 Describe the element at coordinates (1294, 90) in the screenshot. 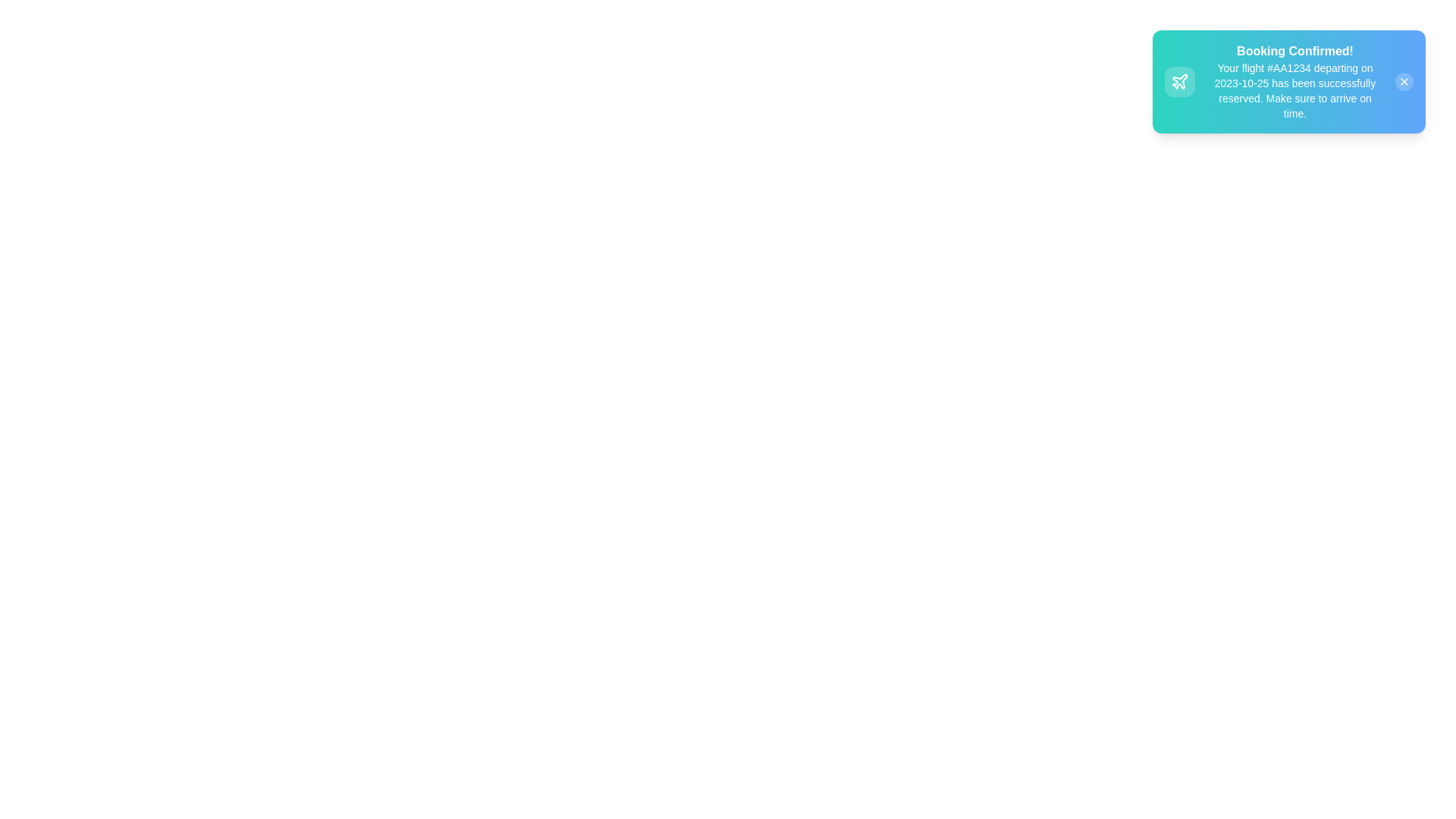

I see `the text label displaying flight reservation confirmation details, which is located below the 'Booking Confirmed!' header` at that location.